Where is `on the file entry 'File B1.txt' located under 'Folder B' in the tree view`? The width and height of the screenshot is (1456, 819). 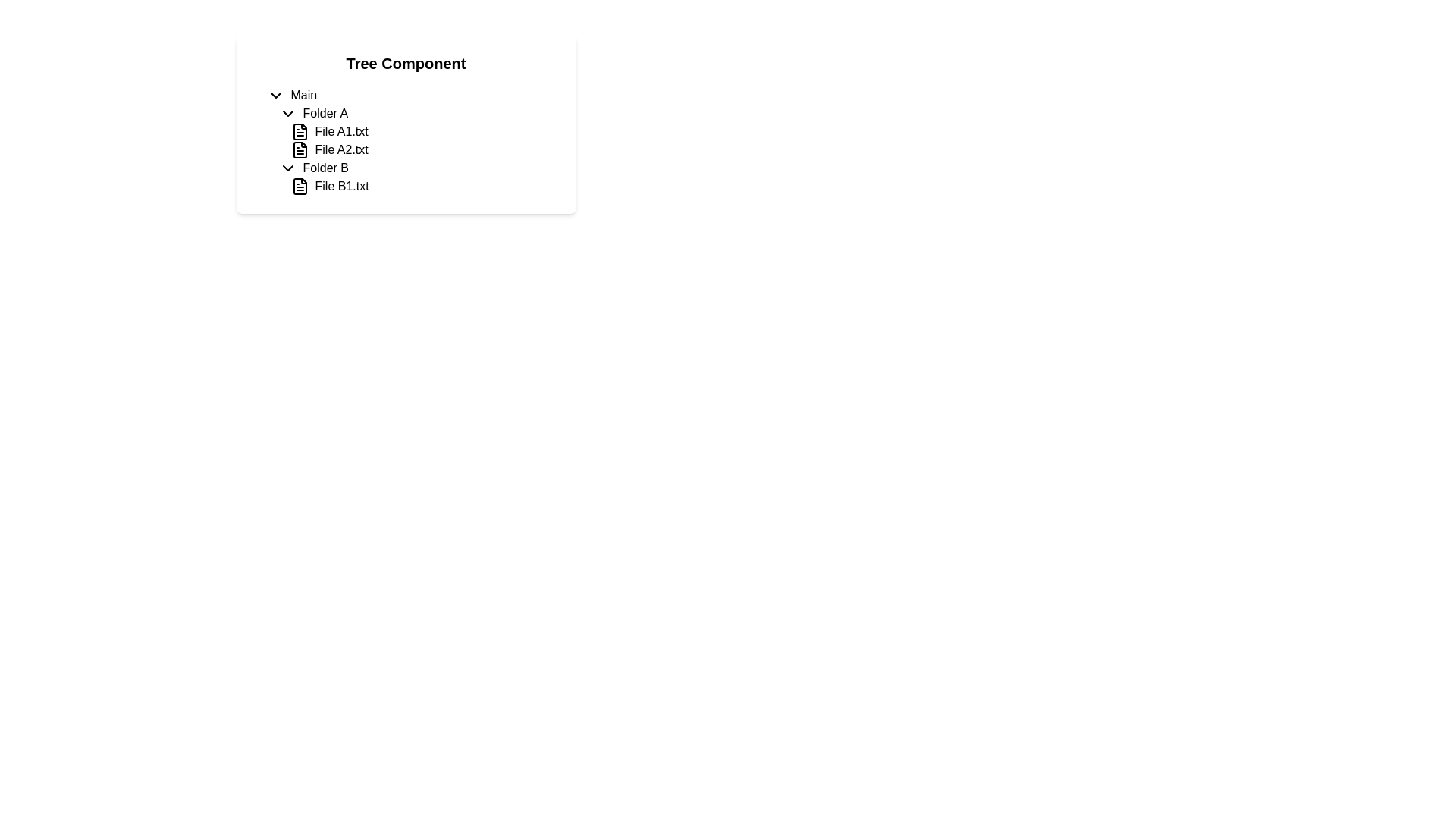 on the file entry 'File B1.txt' located under 'Folder B' in the tree view is located at coordinates (418, 186).